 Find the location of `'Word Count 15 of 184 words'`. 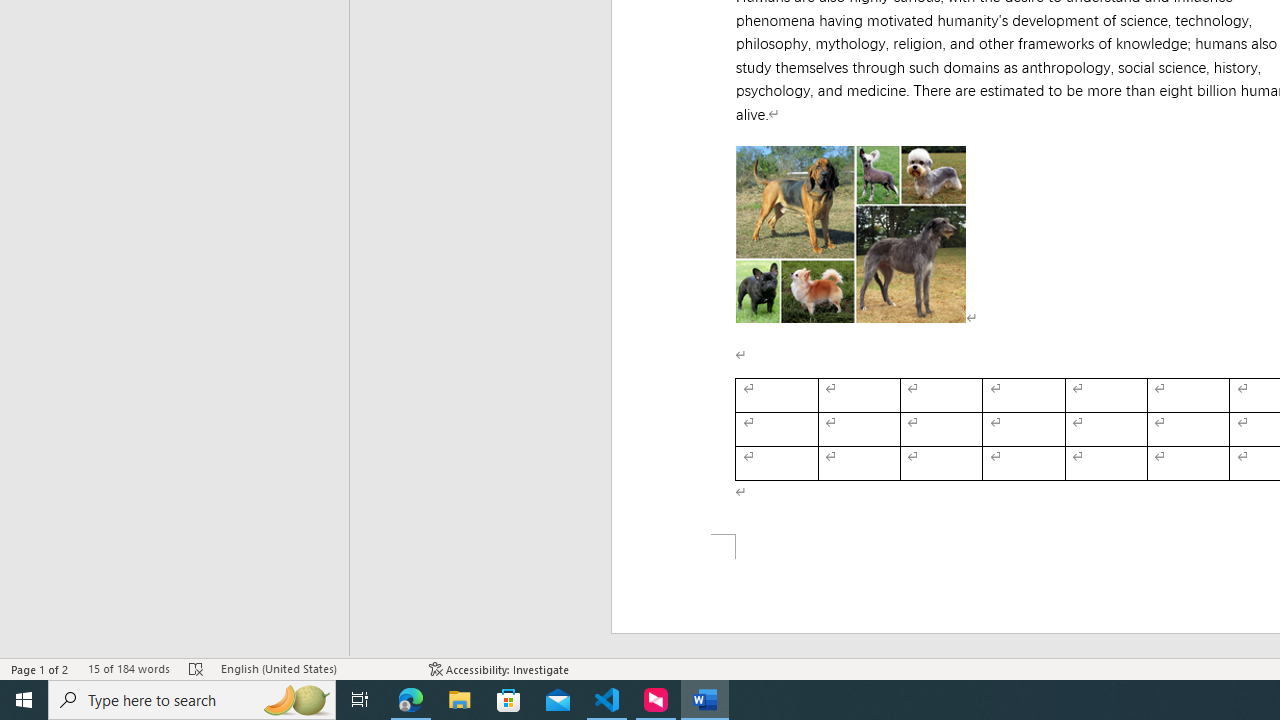

'Word Count 15 of 184 words' is located at coordinates (127, 669).